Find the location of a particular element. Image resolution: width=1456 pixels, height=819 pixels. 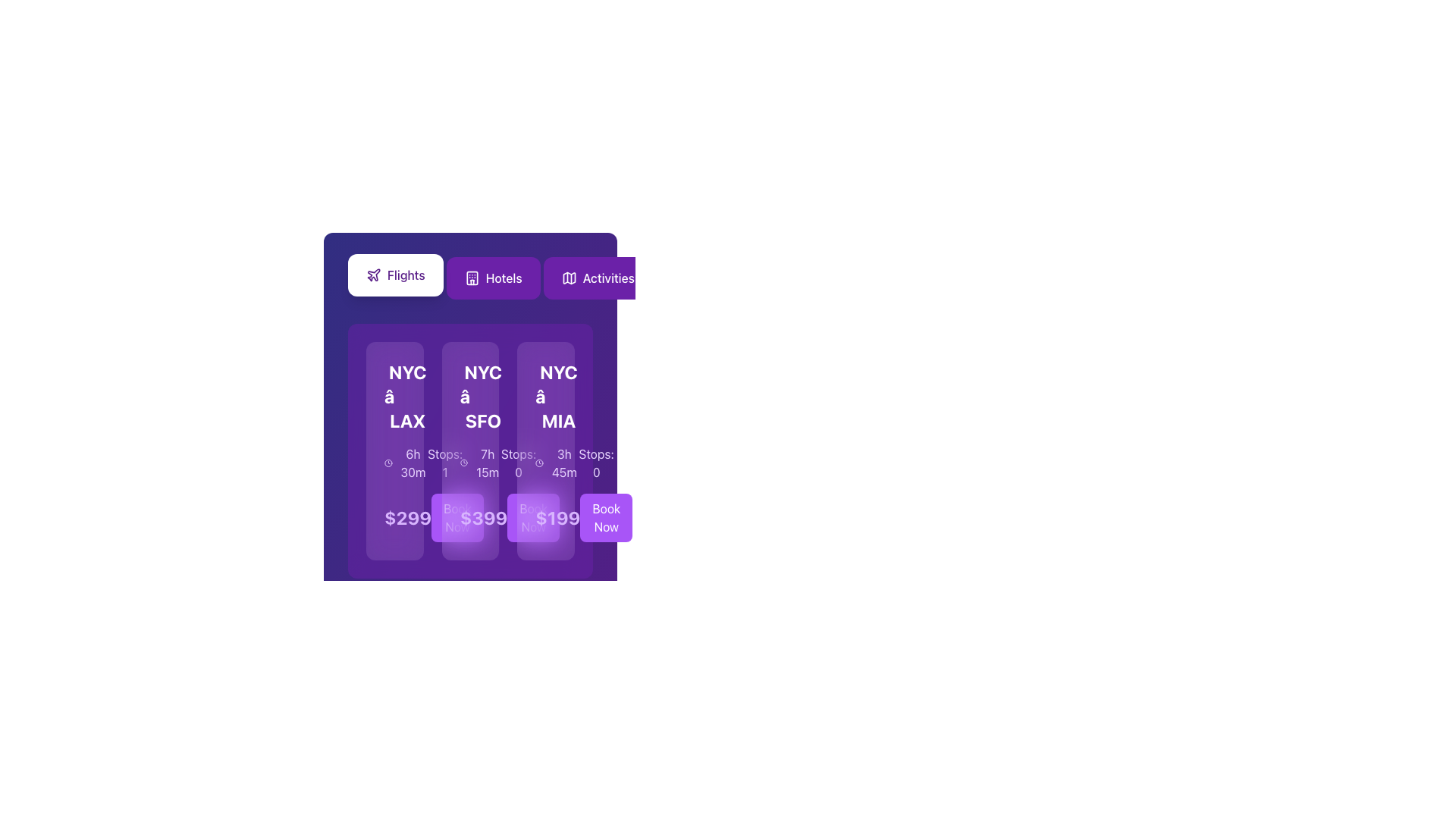

the 'Hotels' icon located in the top navigation bar, which visually represents the 'Hotels' section of the application is located at coordinates (471, 278).